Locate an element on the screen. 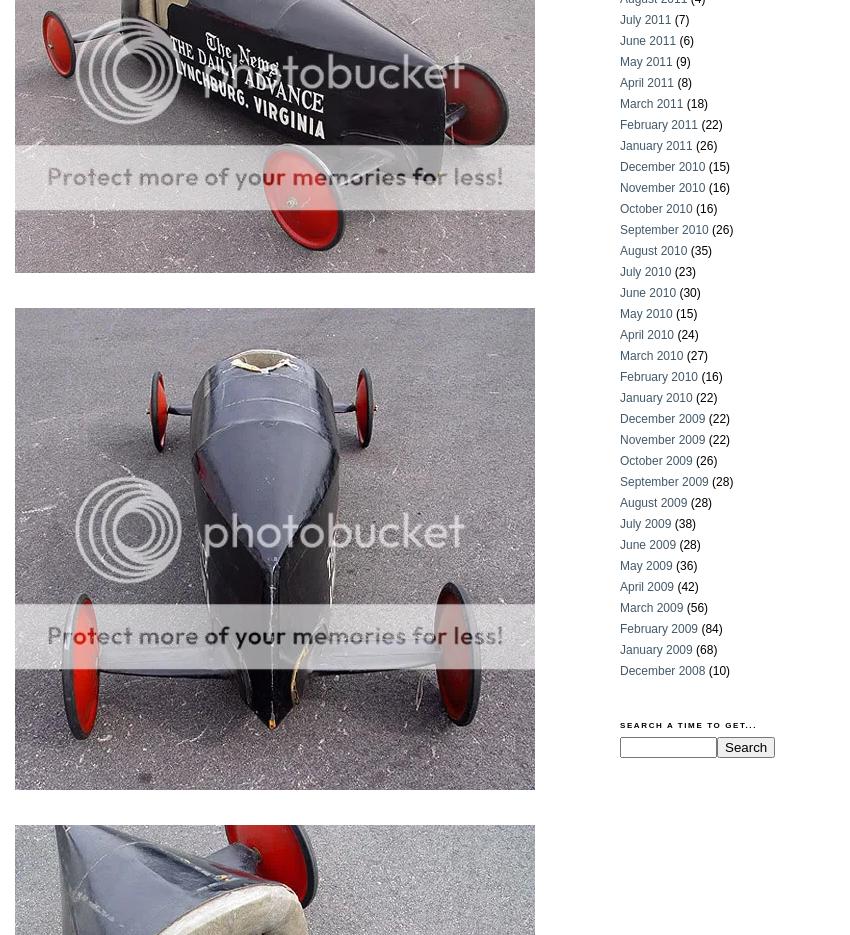 This screenshot has width=850, height=935. 'July 2011' is located at coordinates (618, 19).